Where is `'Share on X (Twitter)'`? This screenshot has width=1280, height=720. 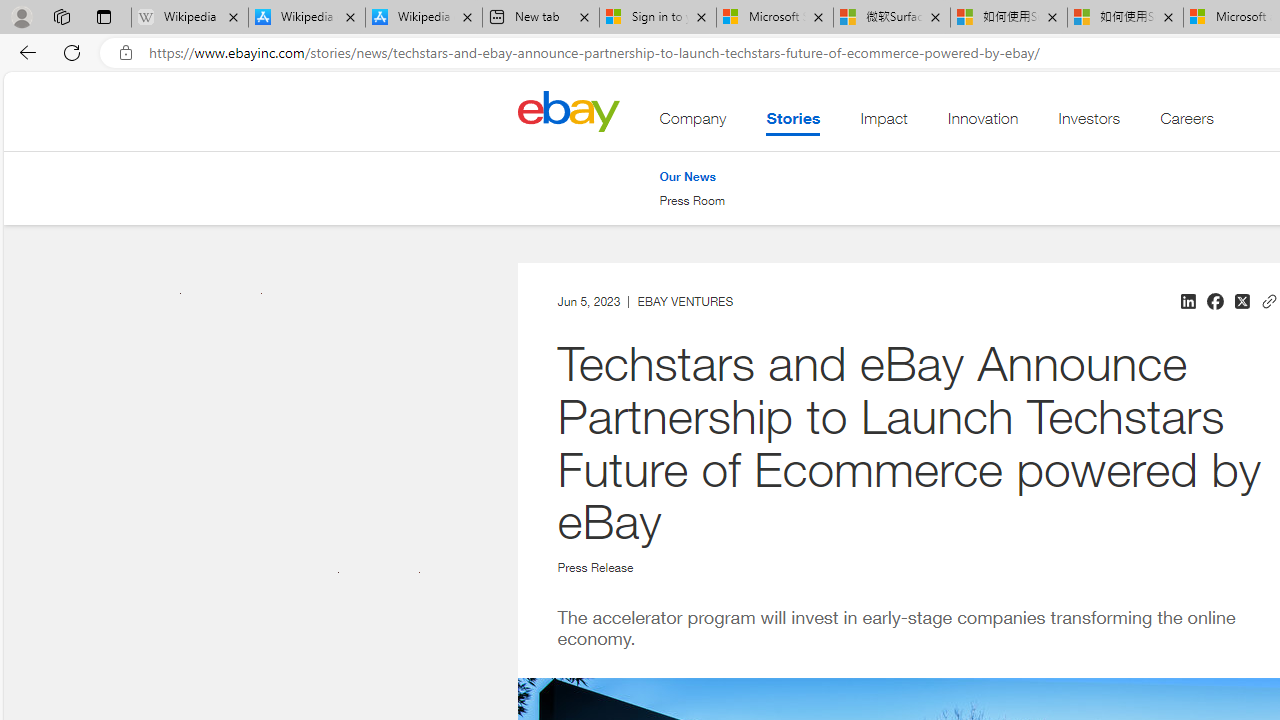
'Share on X (Twitter)' is located at coordinates (1240, 301).